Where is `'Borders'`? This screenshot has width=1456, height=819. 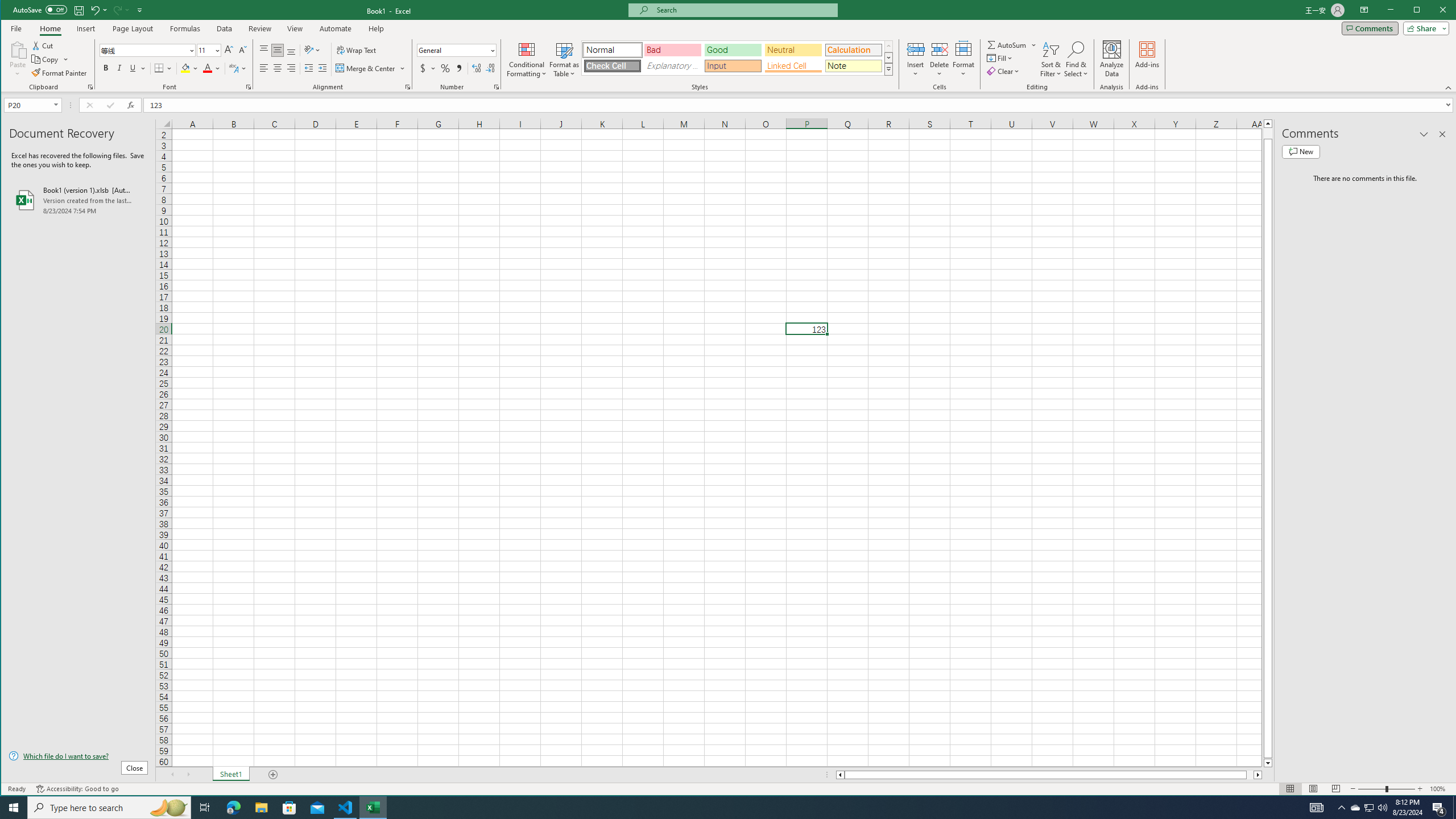 'Borders' is located at coordinates (164, 68).